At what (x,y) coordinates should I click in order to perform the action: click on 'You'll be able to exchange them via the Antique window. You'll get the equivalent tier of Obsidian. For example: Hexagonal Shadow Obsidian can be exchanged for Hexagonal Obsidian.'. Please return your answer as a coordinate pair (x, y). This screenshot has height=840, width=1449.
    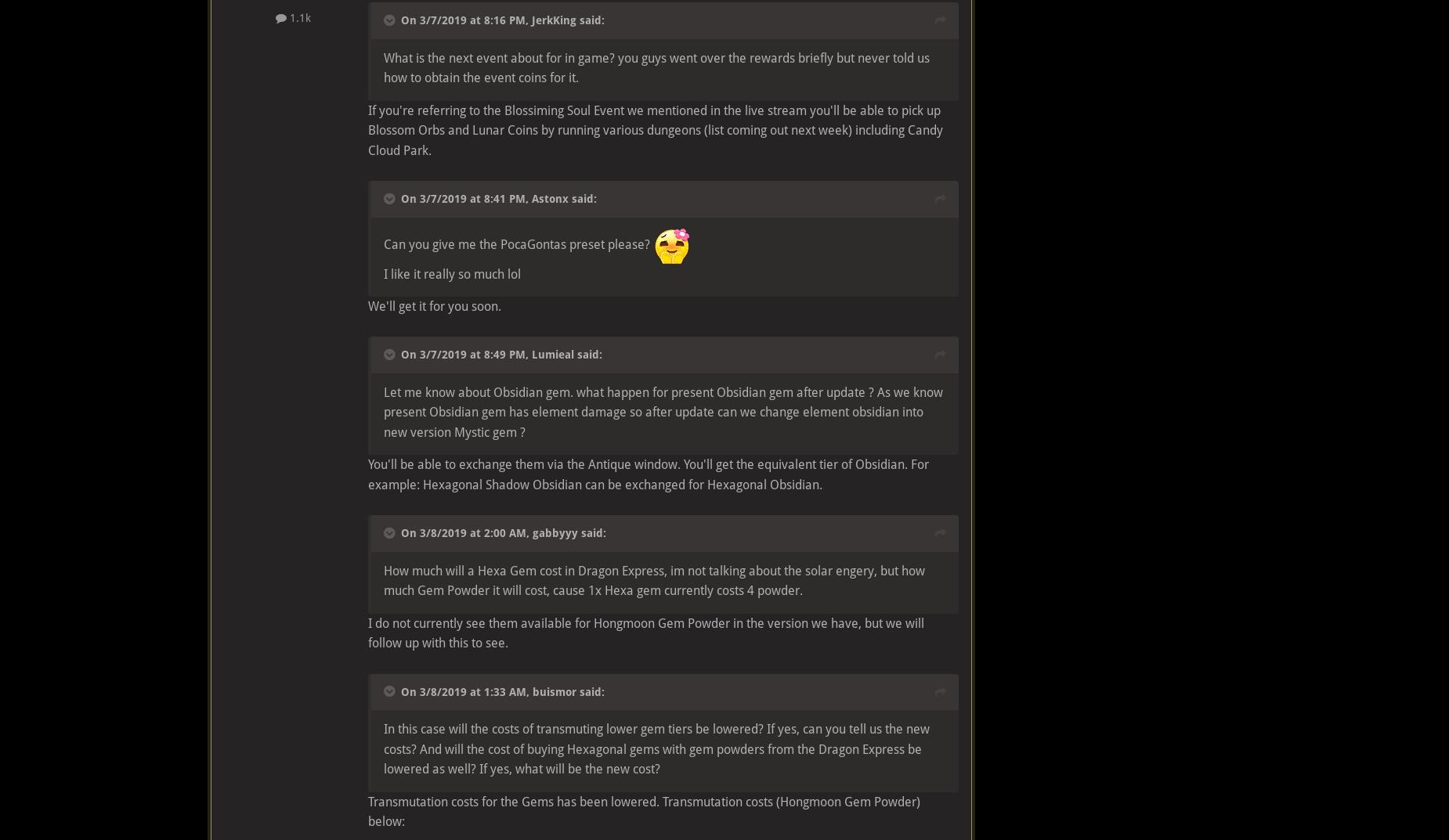
    Looking at the image, I should click on (649, 474).